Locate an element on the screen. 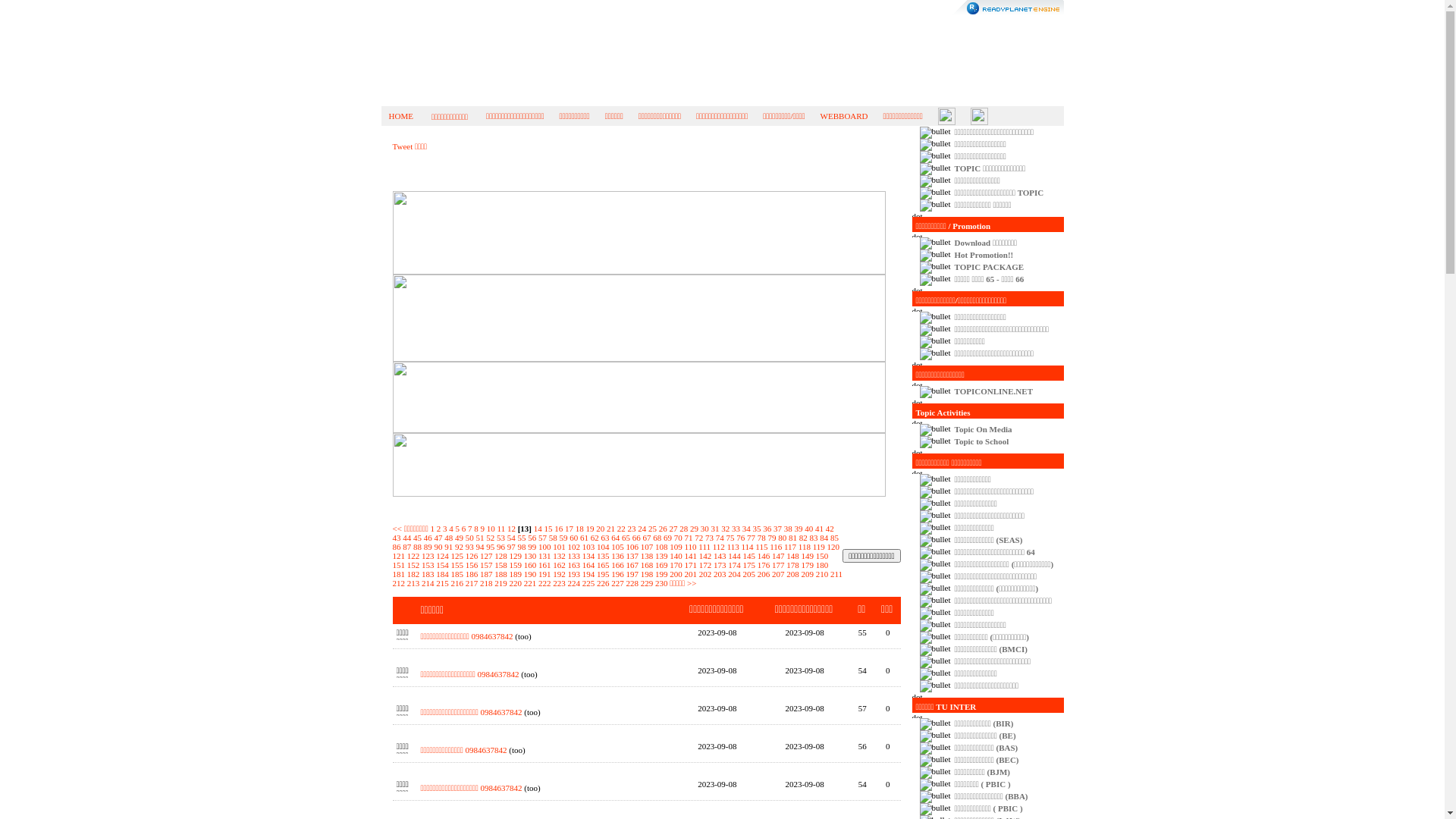  '130' is located at coordinates (530, 555).